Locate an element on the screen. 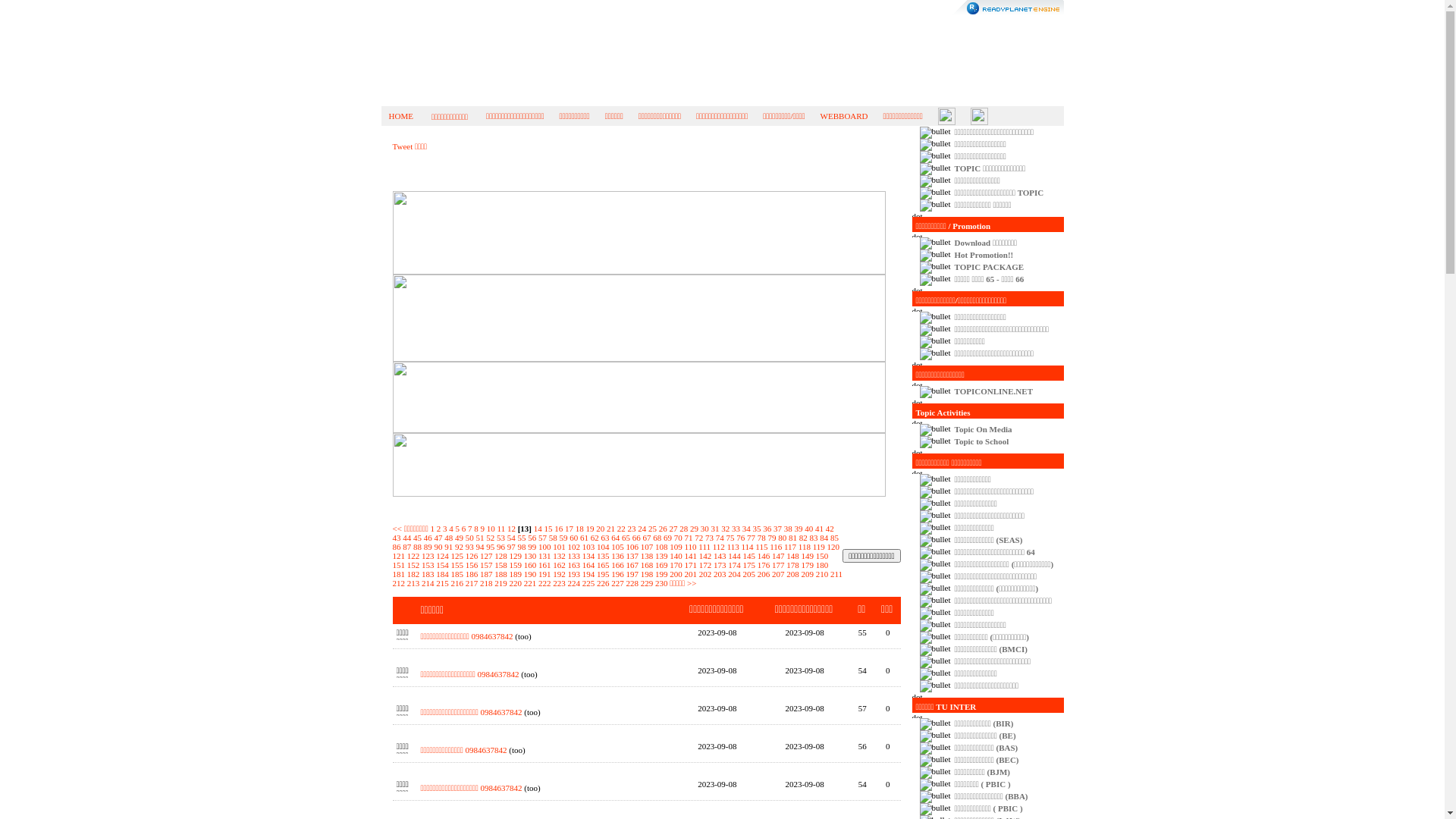  '130' is located at coordinates (530, 555).